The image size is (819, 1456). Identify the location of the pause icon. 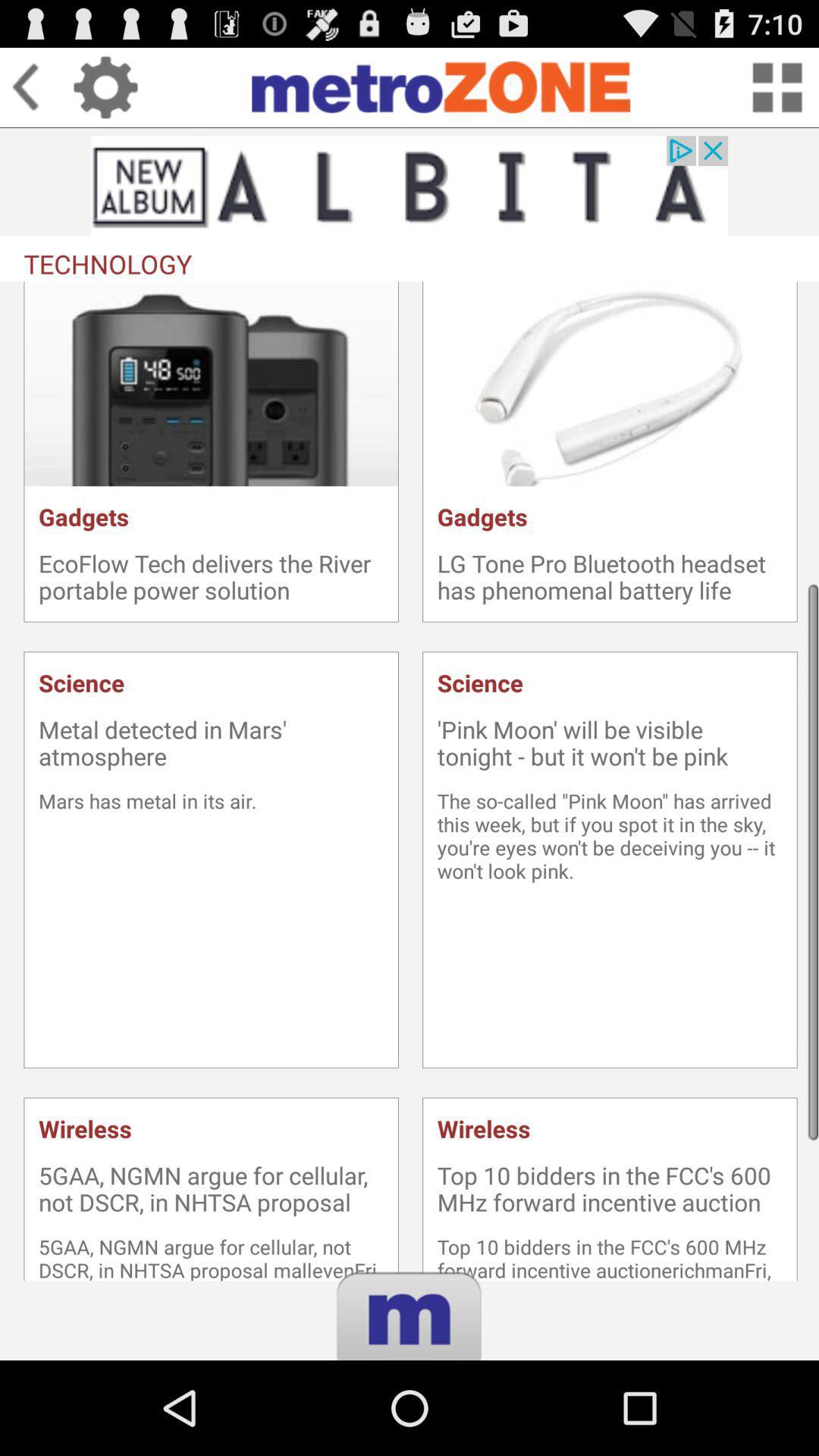
(409, 1423).